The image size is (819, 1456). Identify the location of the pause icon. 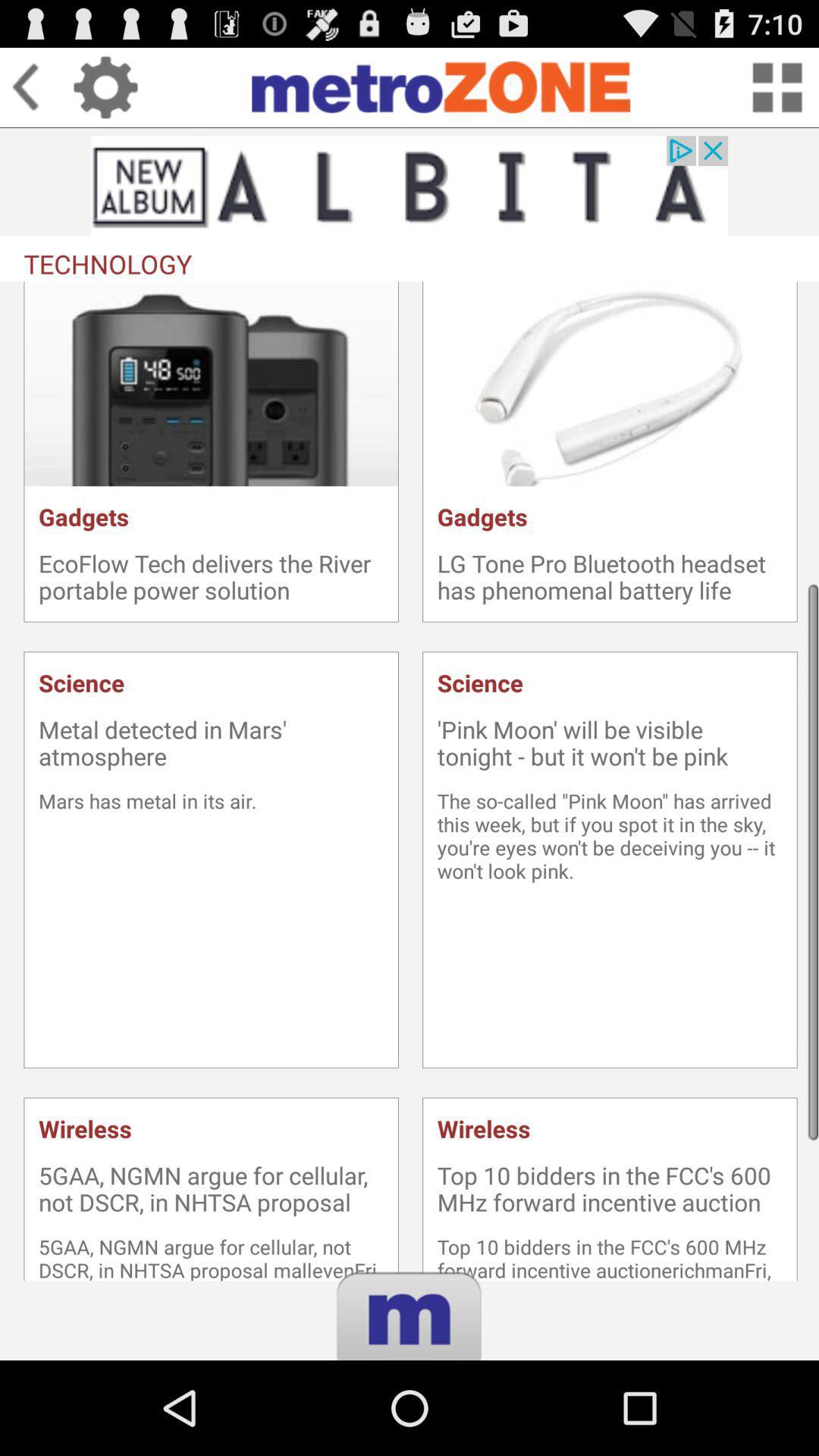
(409, 1423).